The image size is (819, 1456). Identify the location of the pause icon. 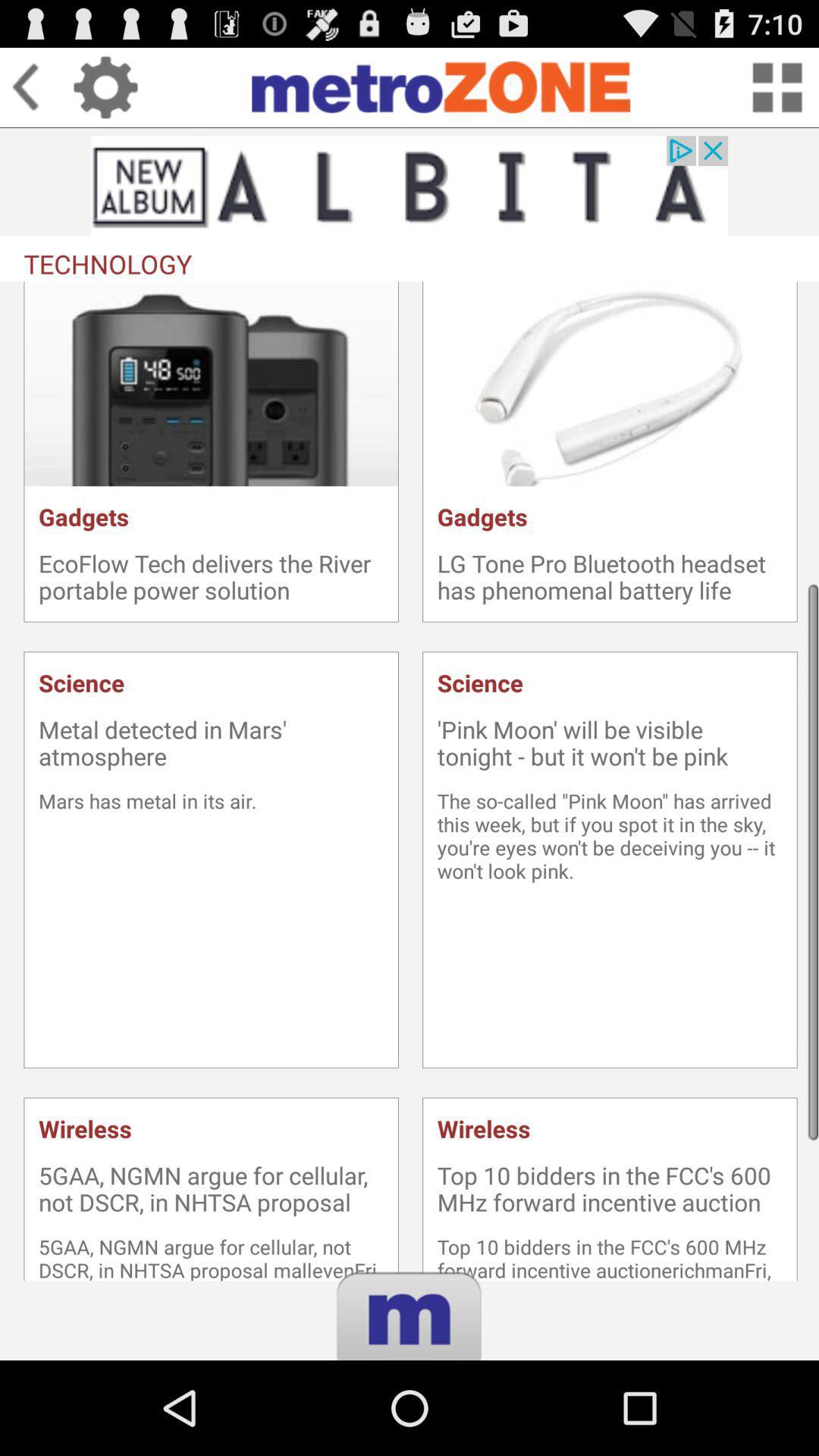
(409, 1423).